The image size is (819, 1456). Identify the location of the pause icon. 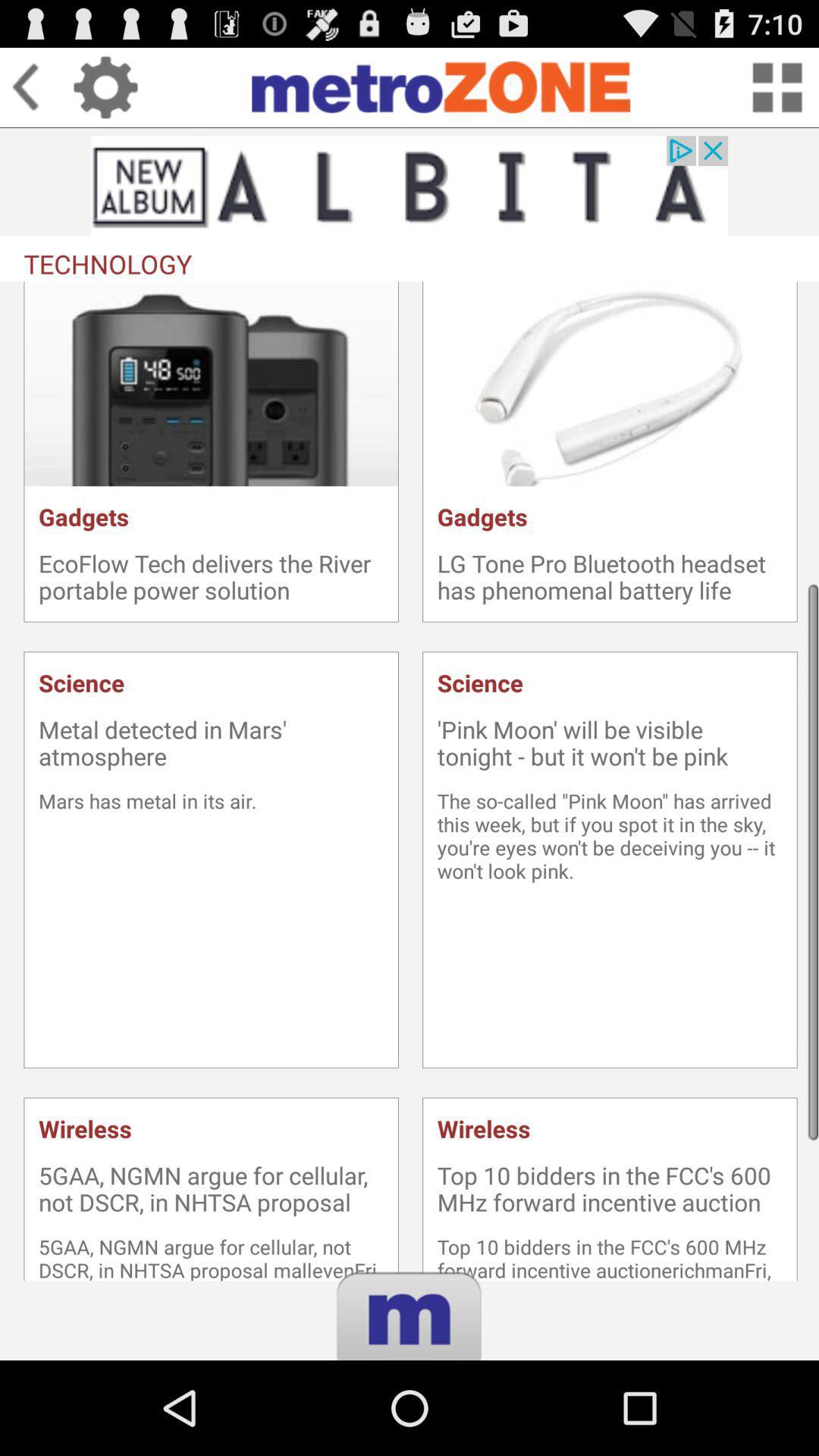
(409, 1423).